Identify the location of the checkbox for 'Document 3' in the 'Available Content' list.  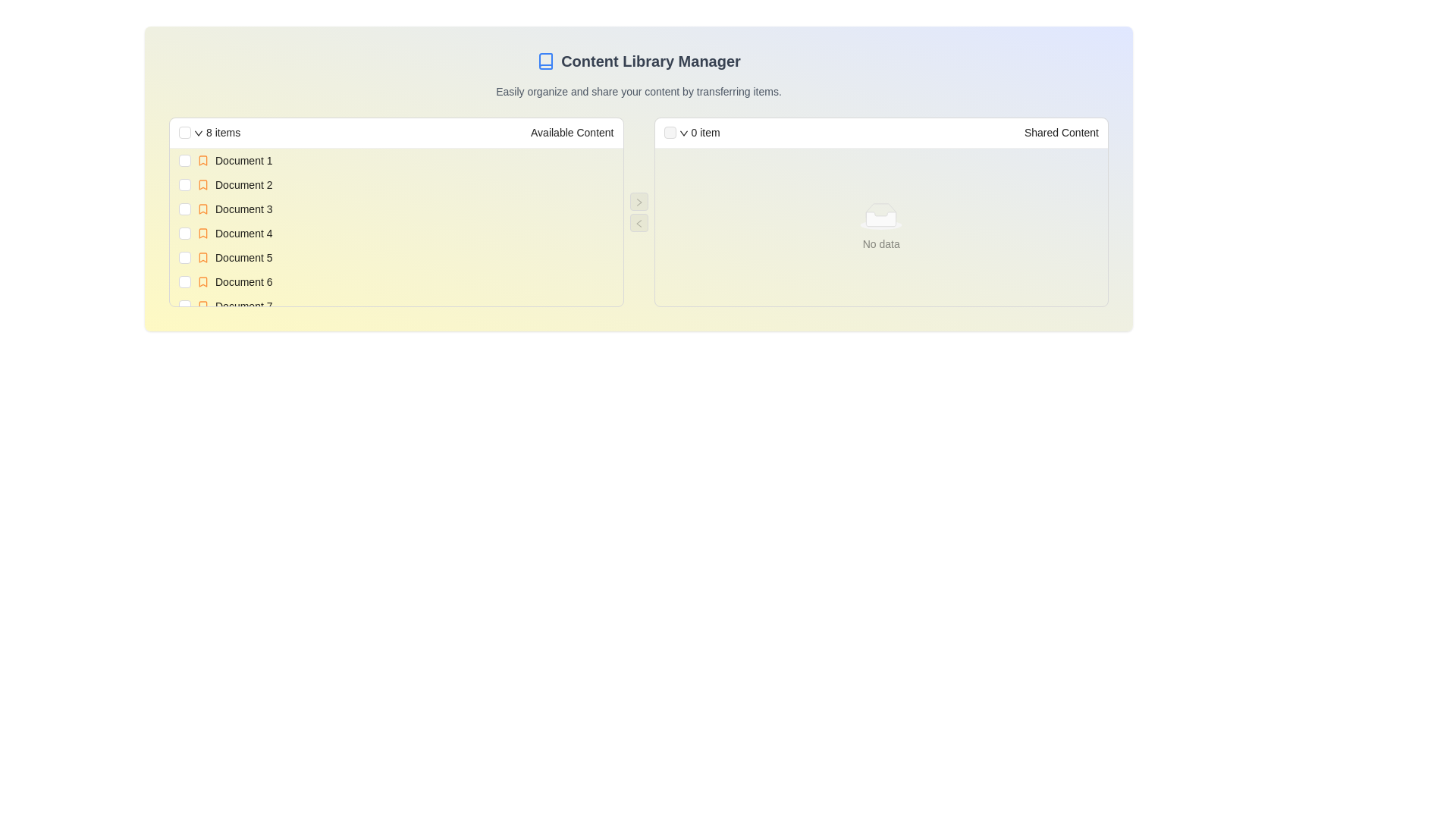
(184, 209).